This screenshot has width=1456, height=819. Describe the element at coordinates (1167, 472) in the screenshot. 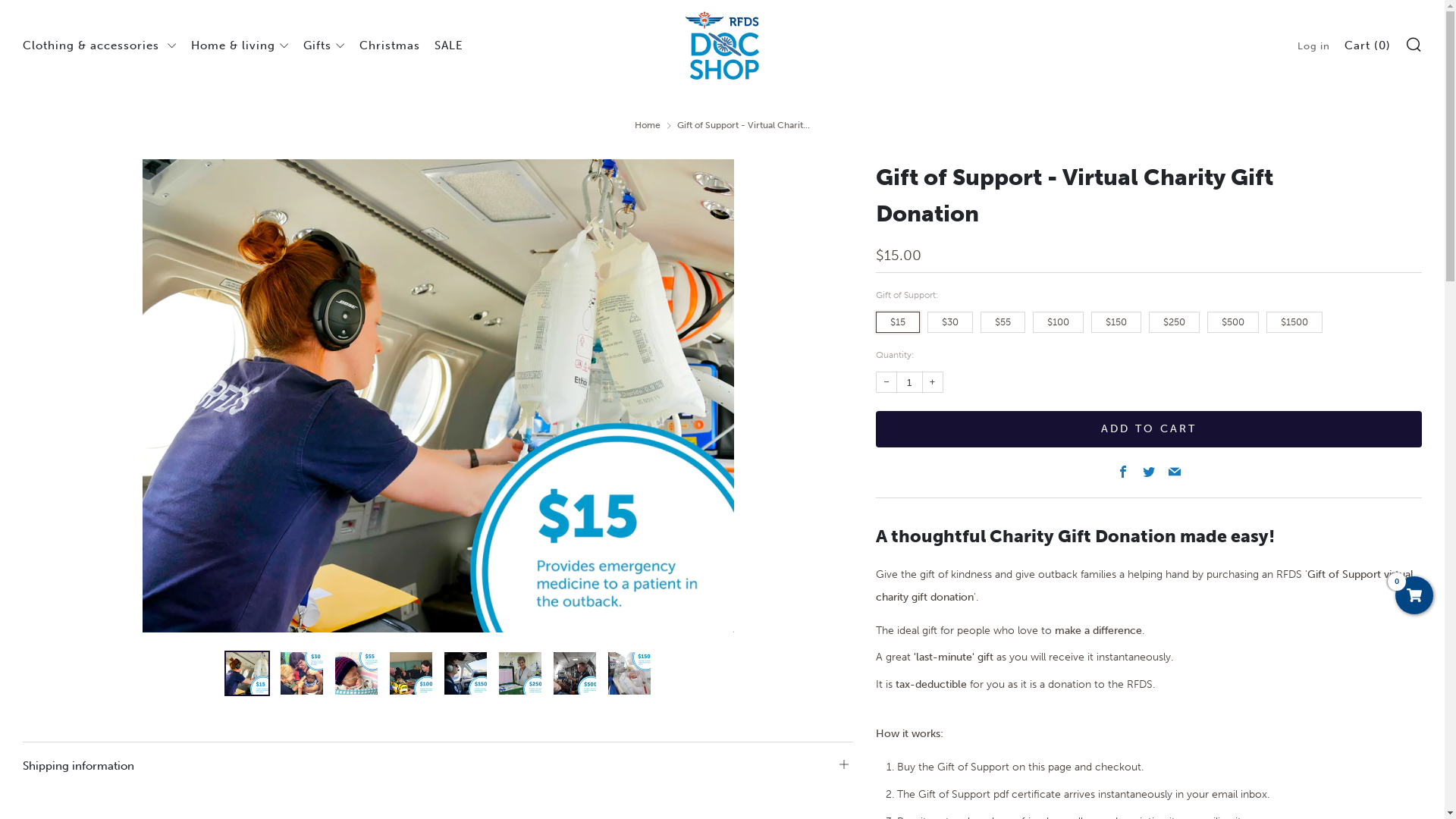

I see `'Email'` at that location.